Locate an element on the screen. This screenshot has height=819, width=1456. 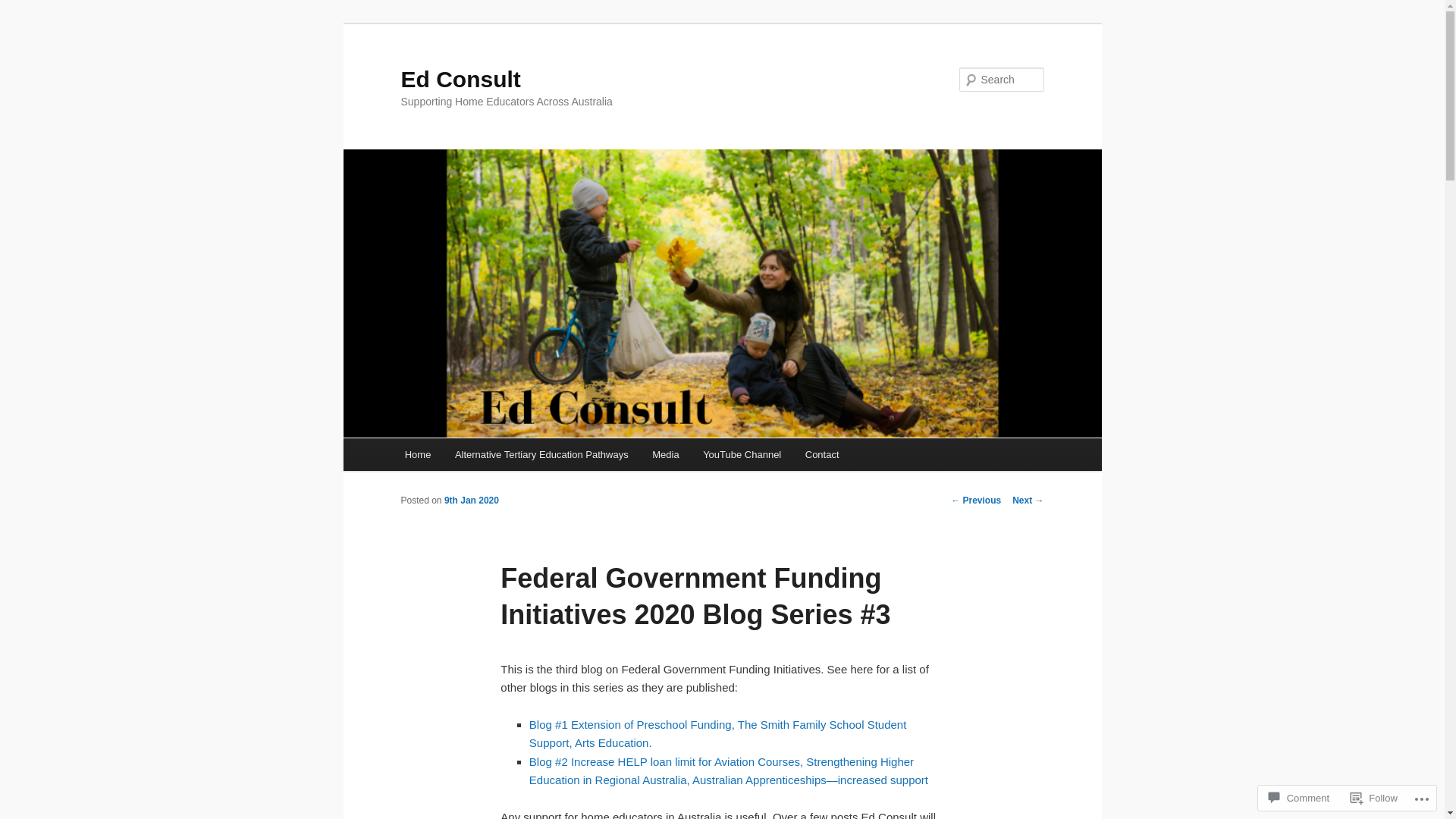
'Alternative Tertiary Education Pathways' is located at coordinates (541, 453).